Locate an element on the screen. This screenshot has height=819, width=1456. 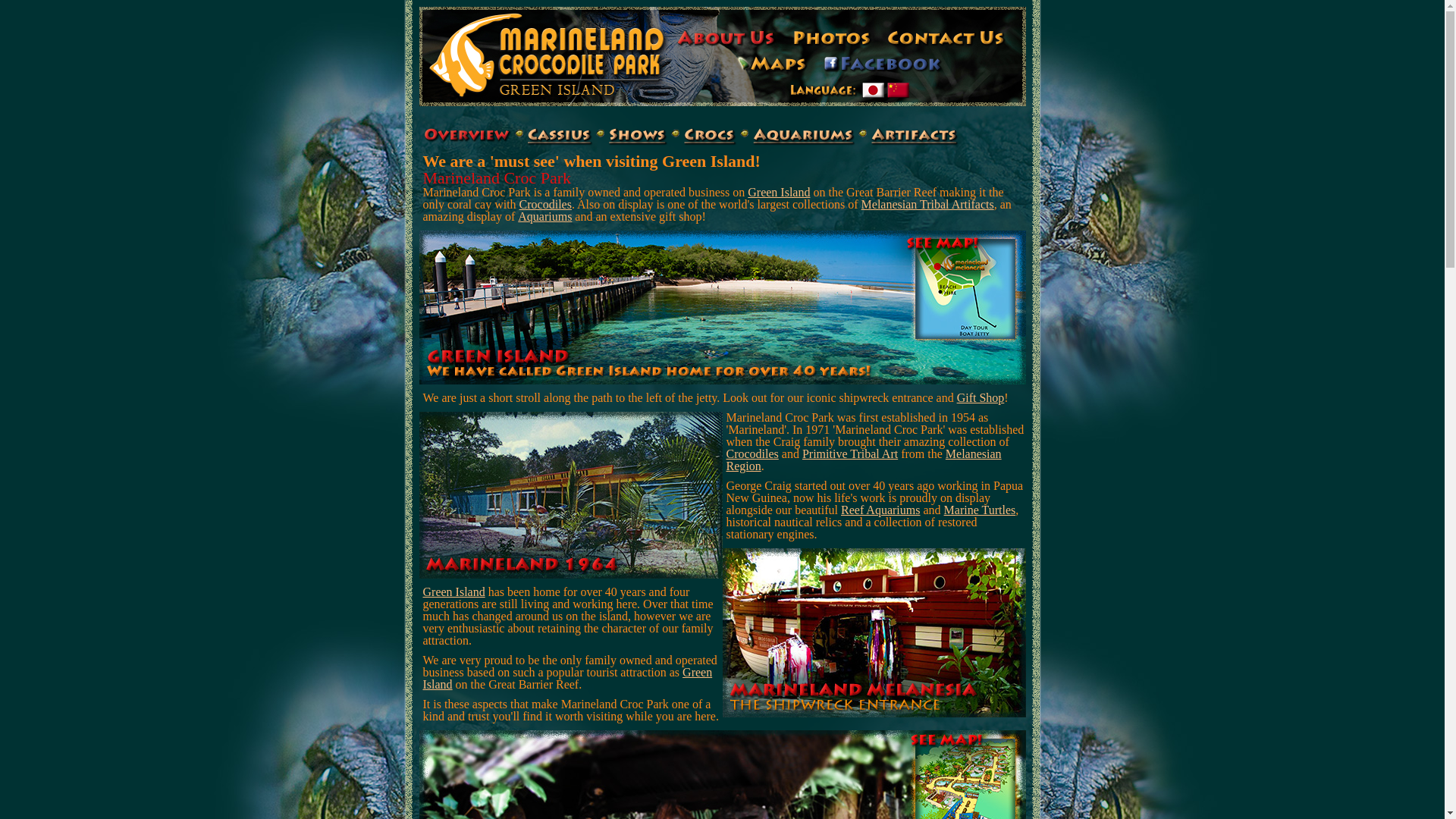
'Marine Turtles' is located at coordinates (980, 510).